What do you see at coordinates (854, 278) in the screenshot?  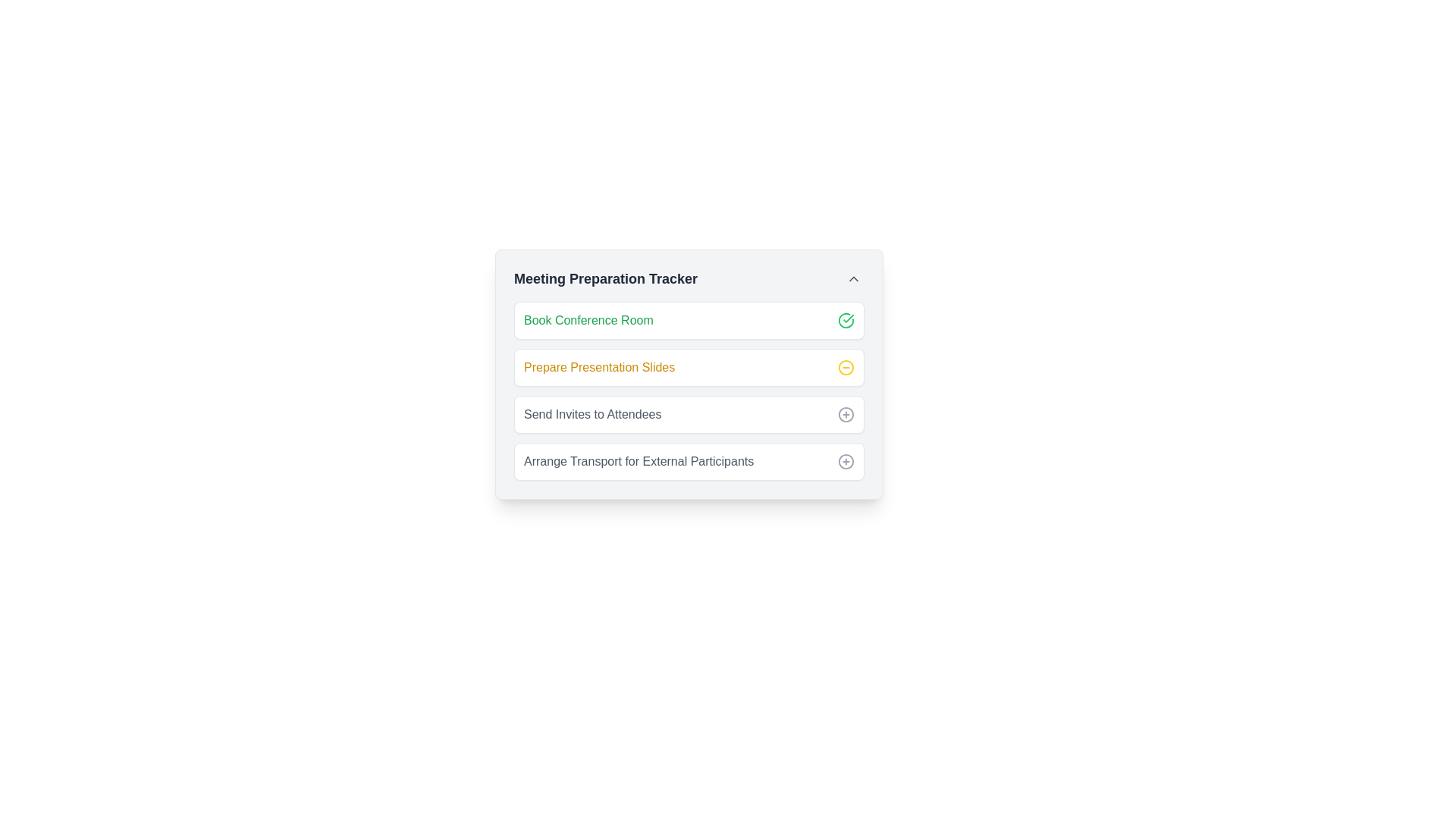 I see `the toggle button located at the top-right corner of the 'Meeting Preparation Tracker' card header` at bounding box center [854, 278].